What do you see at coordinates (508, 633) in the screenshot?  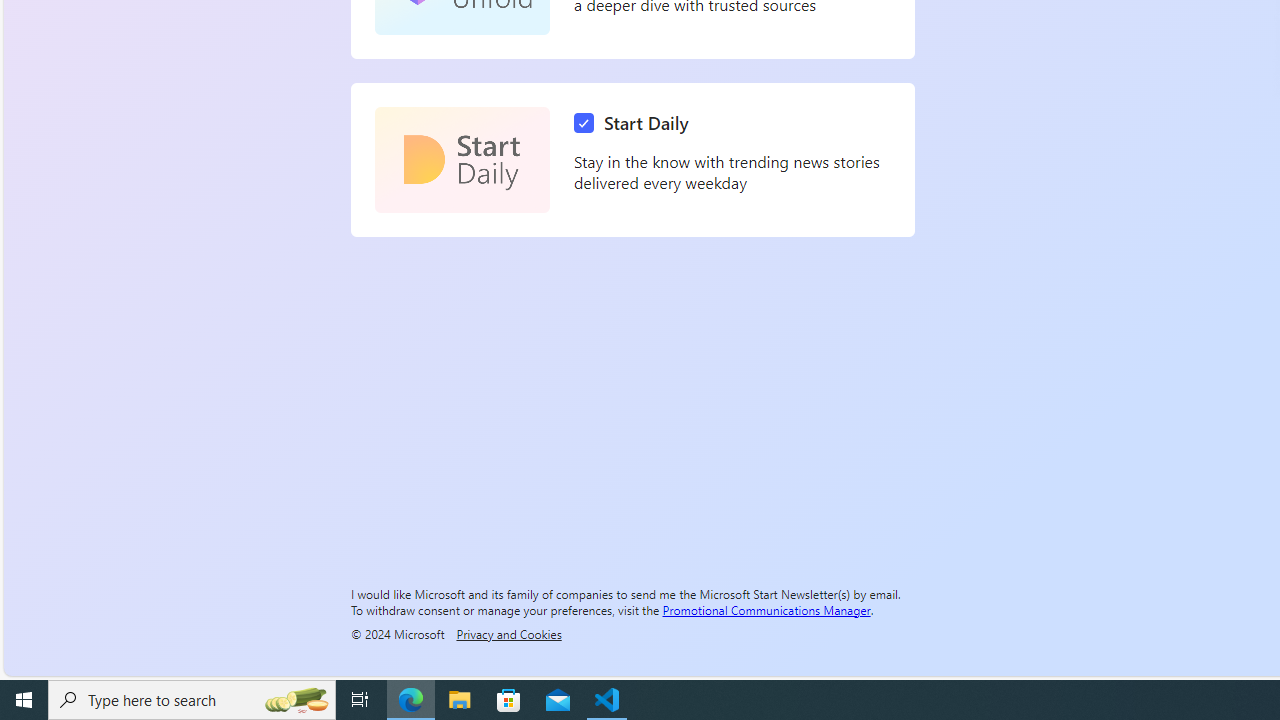 I see `'Privacy and Cookies'` at bounding box center [508, 633].